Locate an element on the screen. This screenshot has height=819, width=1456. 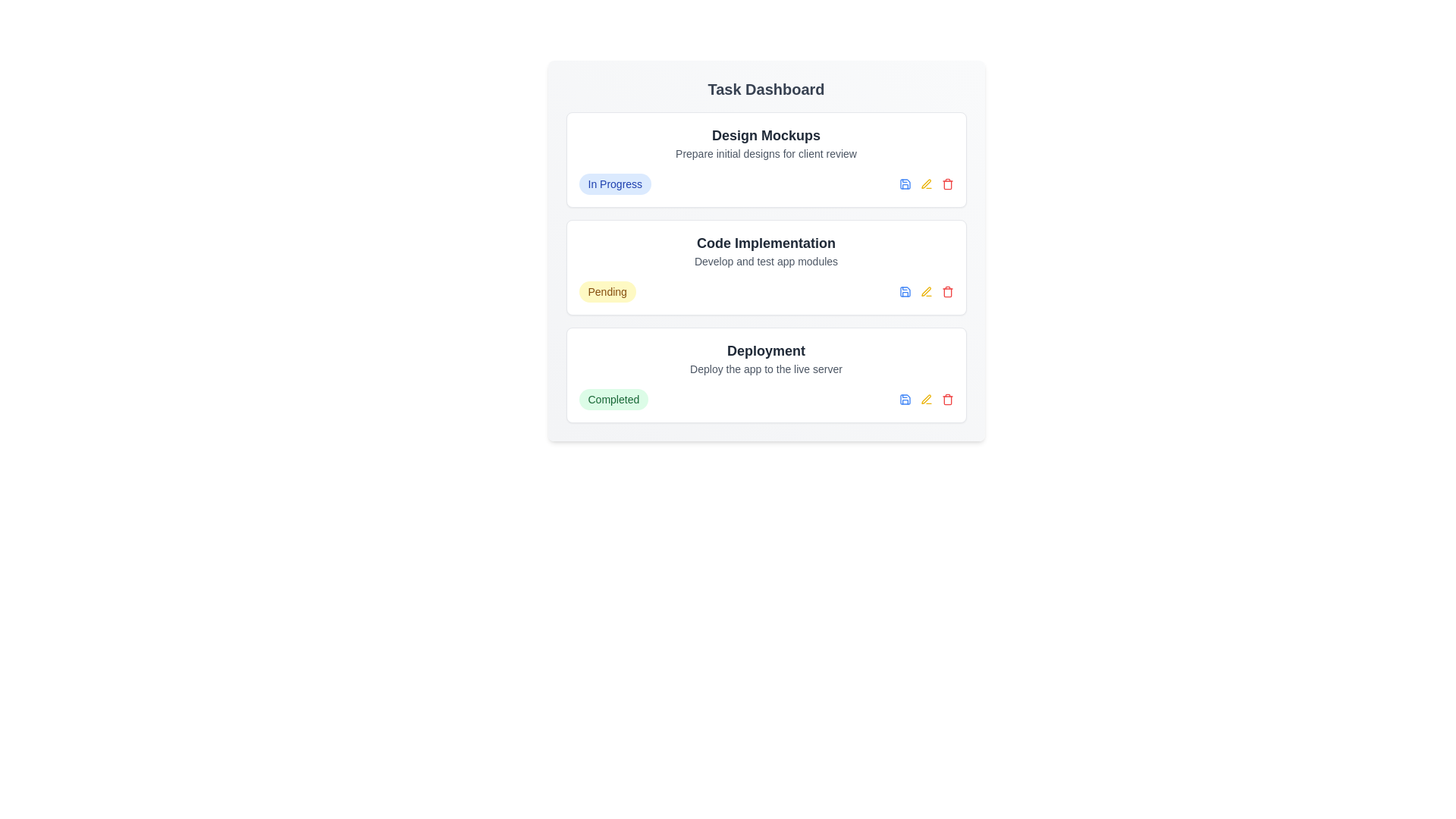
delete button for the task titled 'Design Mockups' is located at coordinates (946, 184).